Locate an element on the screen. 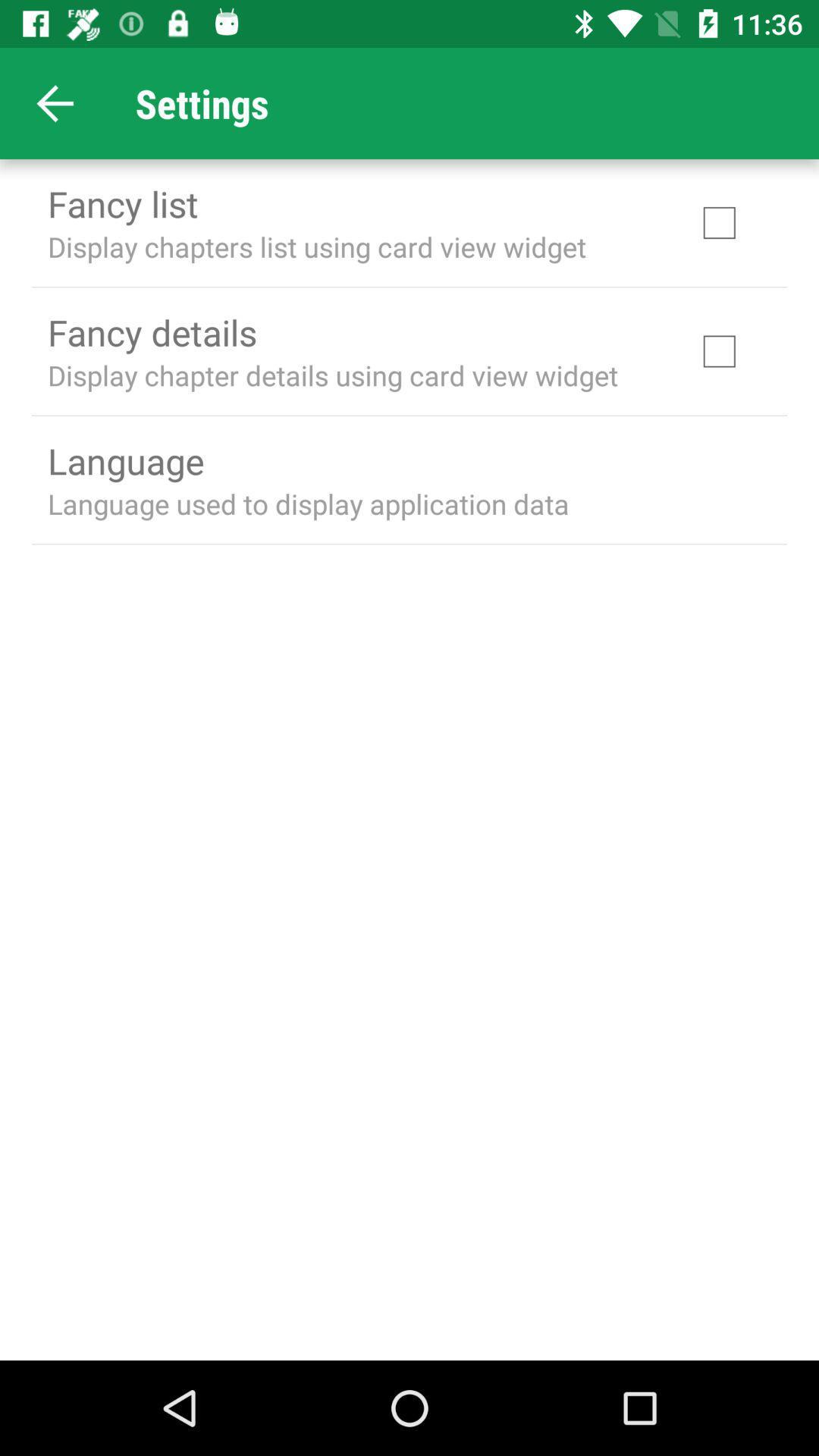  previous is located at coordinates (55, 102).